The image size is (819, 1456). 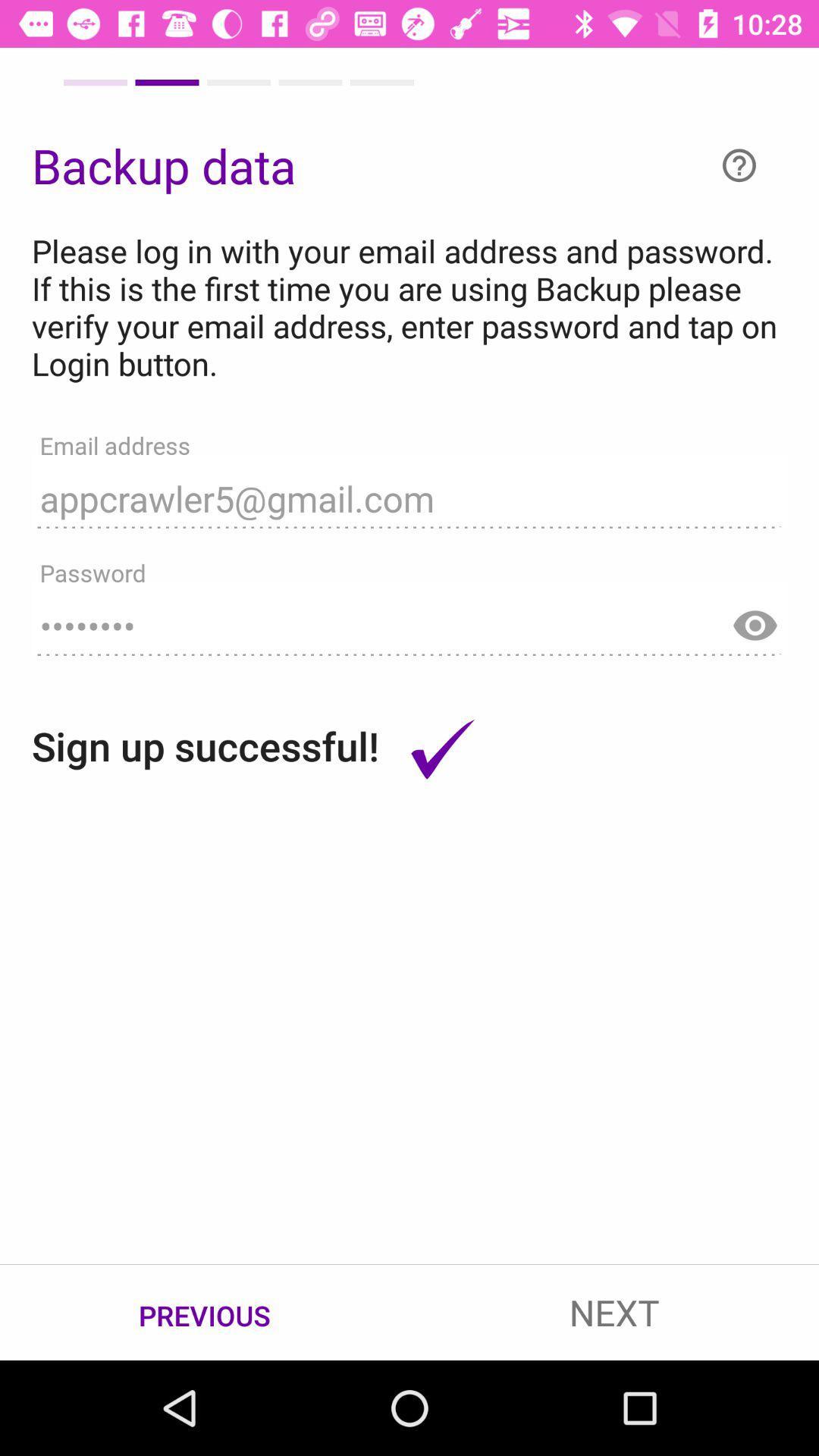 What do you see at coordinates (755, 618) in the screenshot?
I see `hidden text icon` at bounding box center [755, 618].